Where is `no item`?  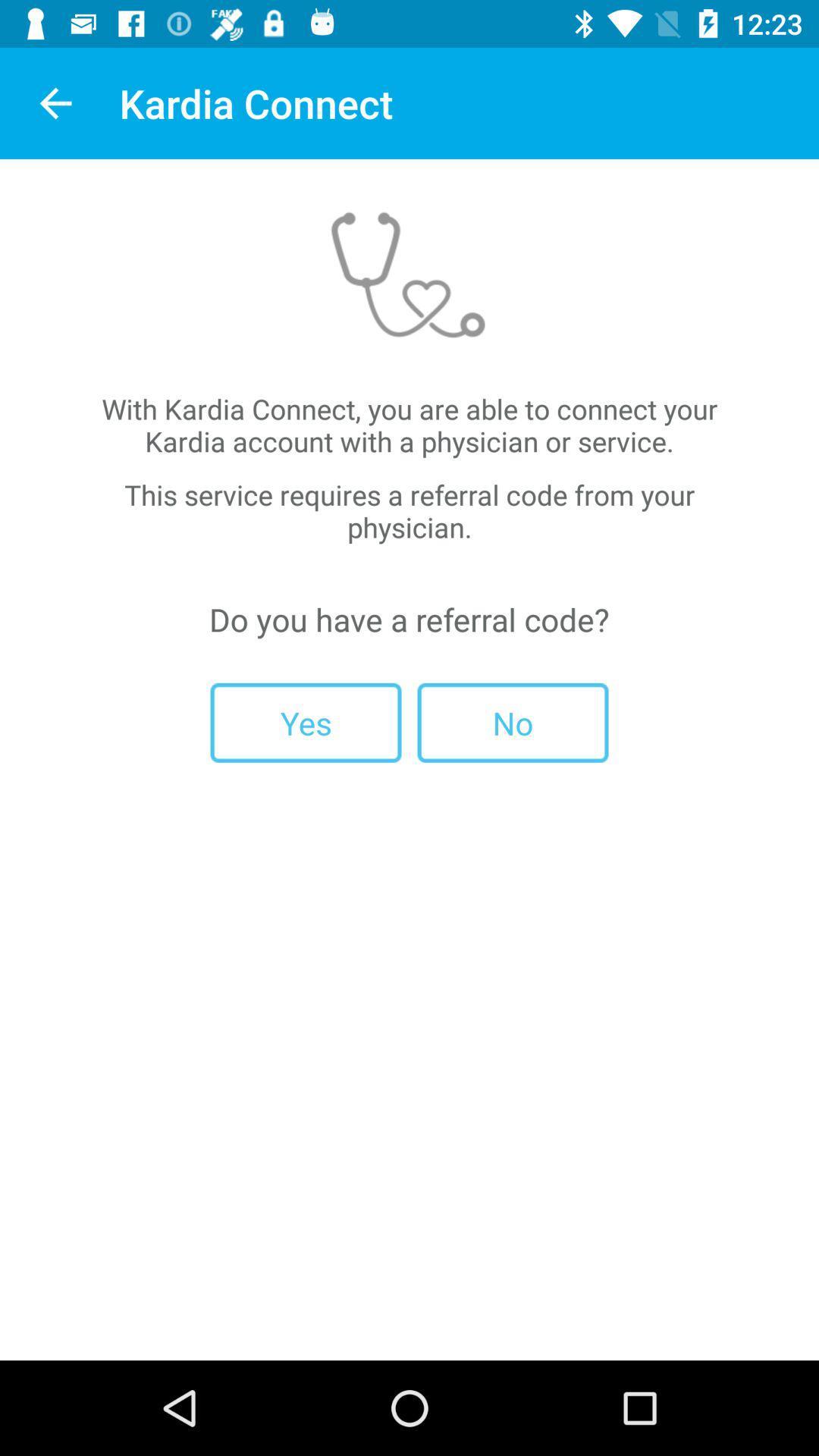
no item is located at coordinates (512, 722).